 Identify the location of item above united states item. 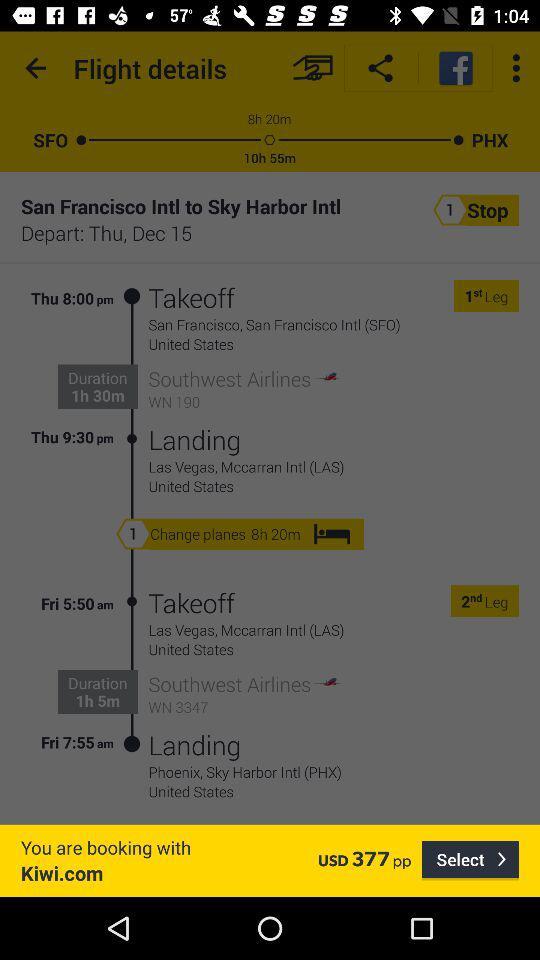
(333, 771).